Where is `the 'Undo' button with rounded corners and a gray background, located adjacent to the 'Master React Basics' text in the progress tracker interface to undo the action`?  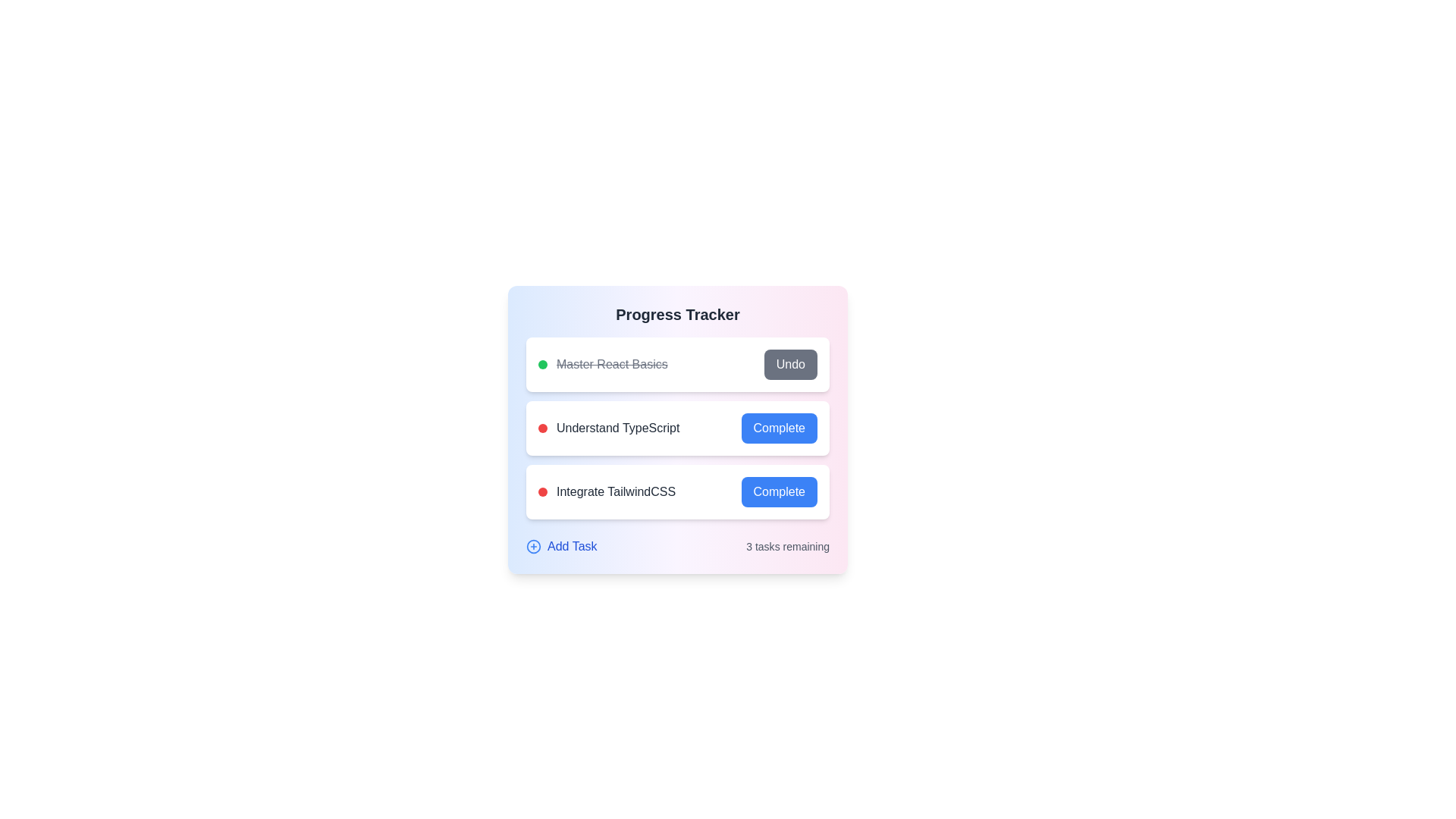
the 'Undo' button with rounded corners and a gray background, located adjacent to the 'Master React Basics' text in the progress tracker interface to undo the action is located at coordinates (789, 365).